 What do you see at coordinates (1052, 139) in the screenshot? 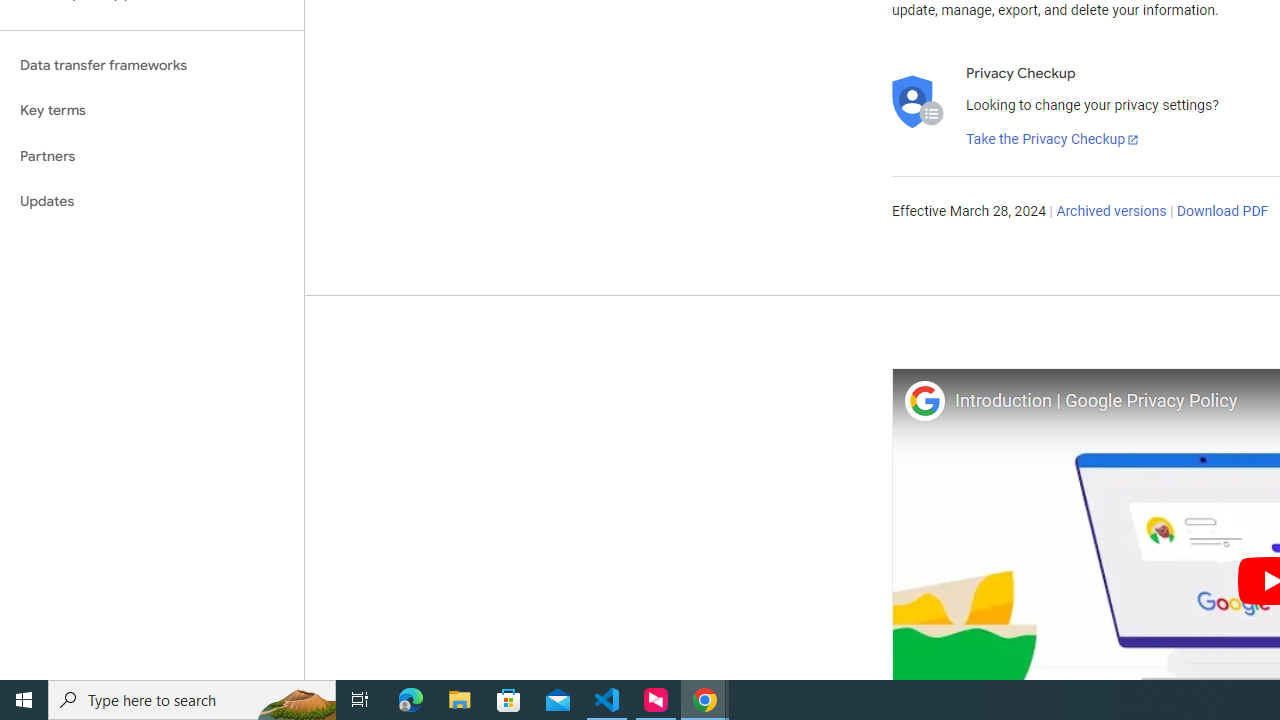
I see `'Take the Privacy Checkup'` at bounding box center [1052, 139].